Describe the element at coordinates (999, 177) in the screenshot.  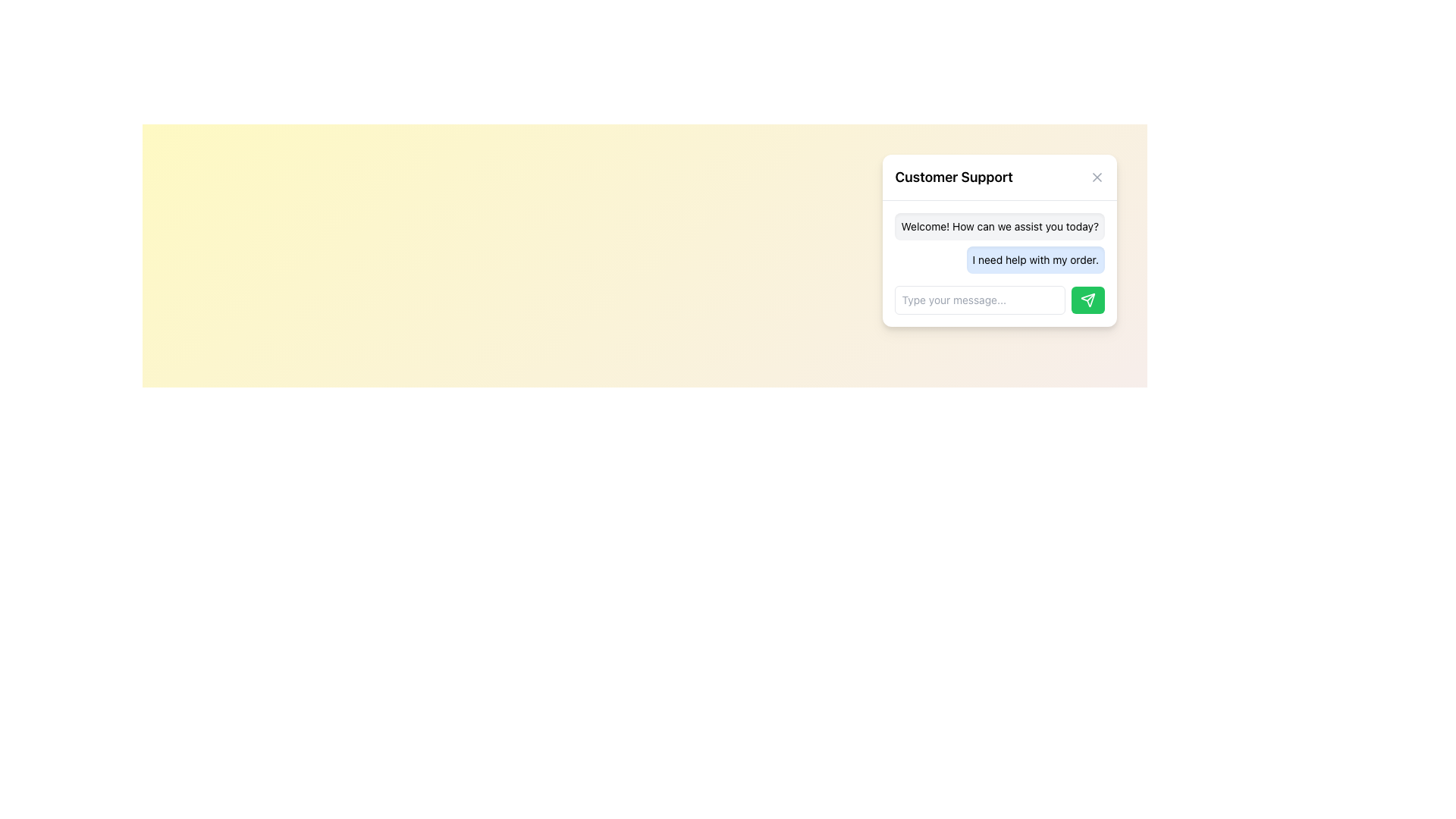
I see `the Header Bar that identifies the dialog box as 'Customer Support'` at that location.